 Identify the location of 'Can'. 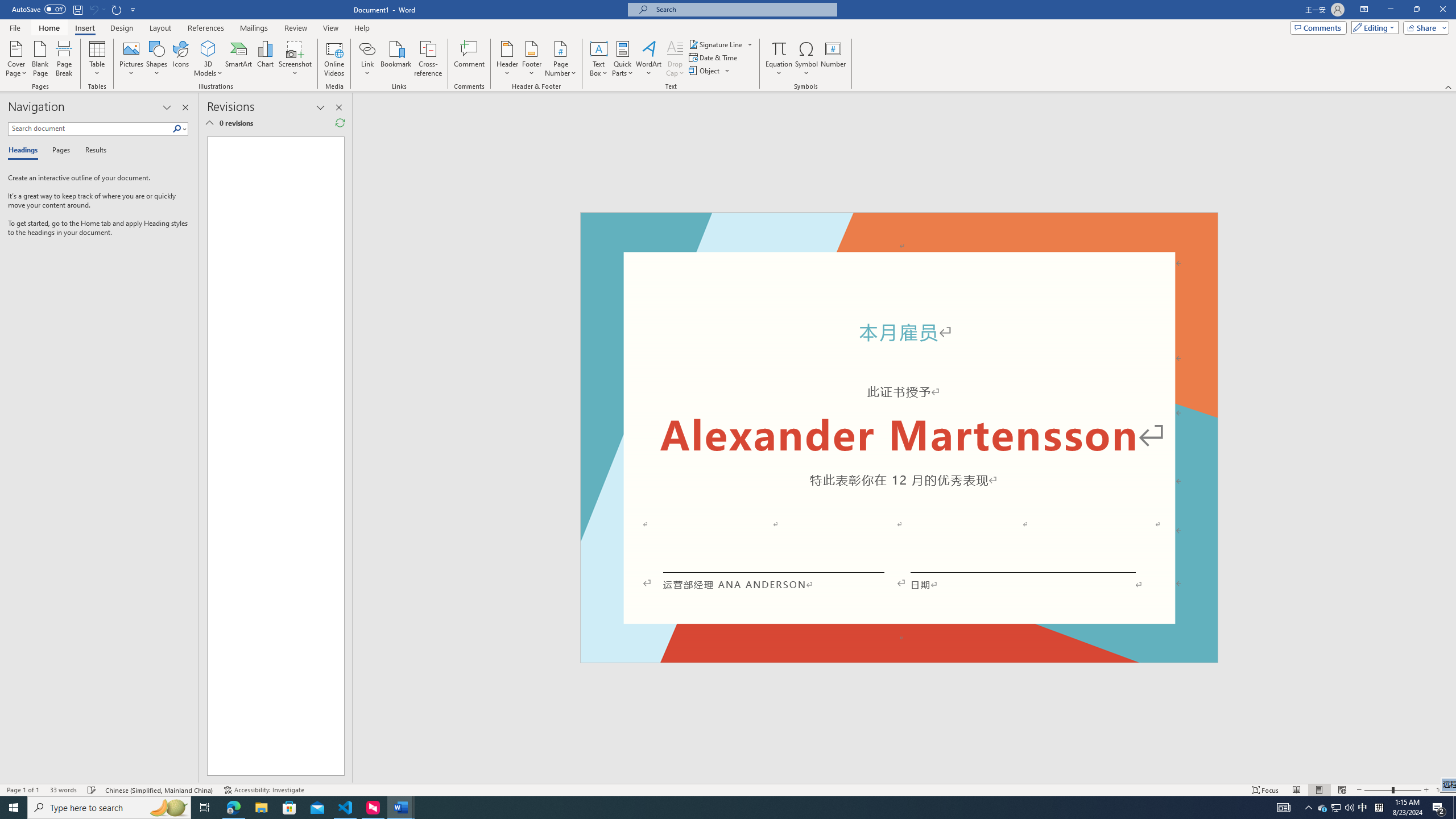
(93, 9).